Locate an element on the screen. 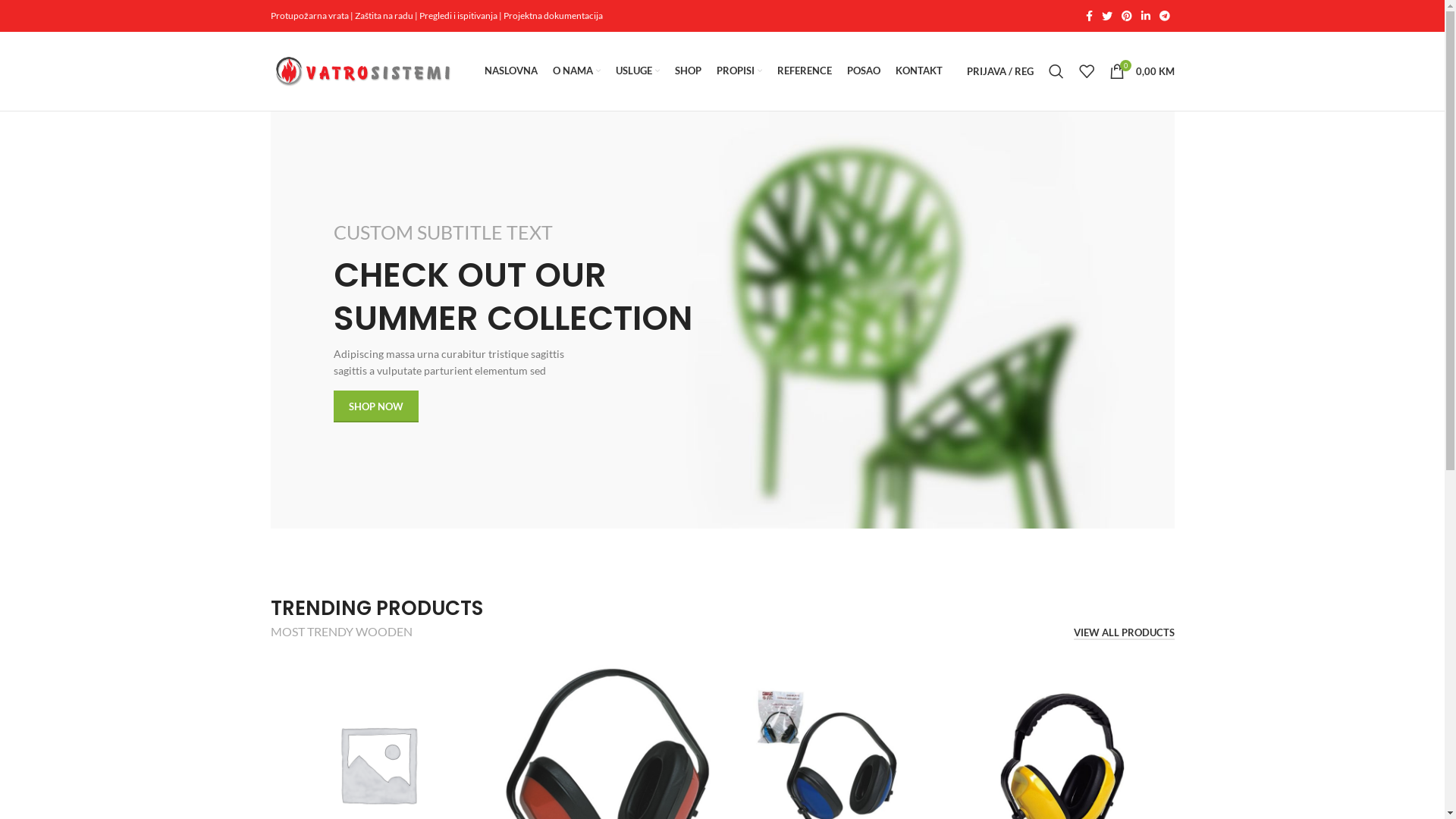 Image resolution: width=1456 pixels, height=819 pixels. 'O NAMA' is located at coordinates (551, 71).